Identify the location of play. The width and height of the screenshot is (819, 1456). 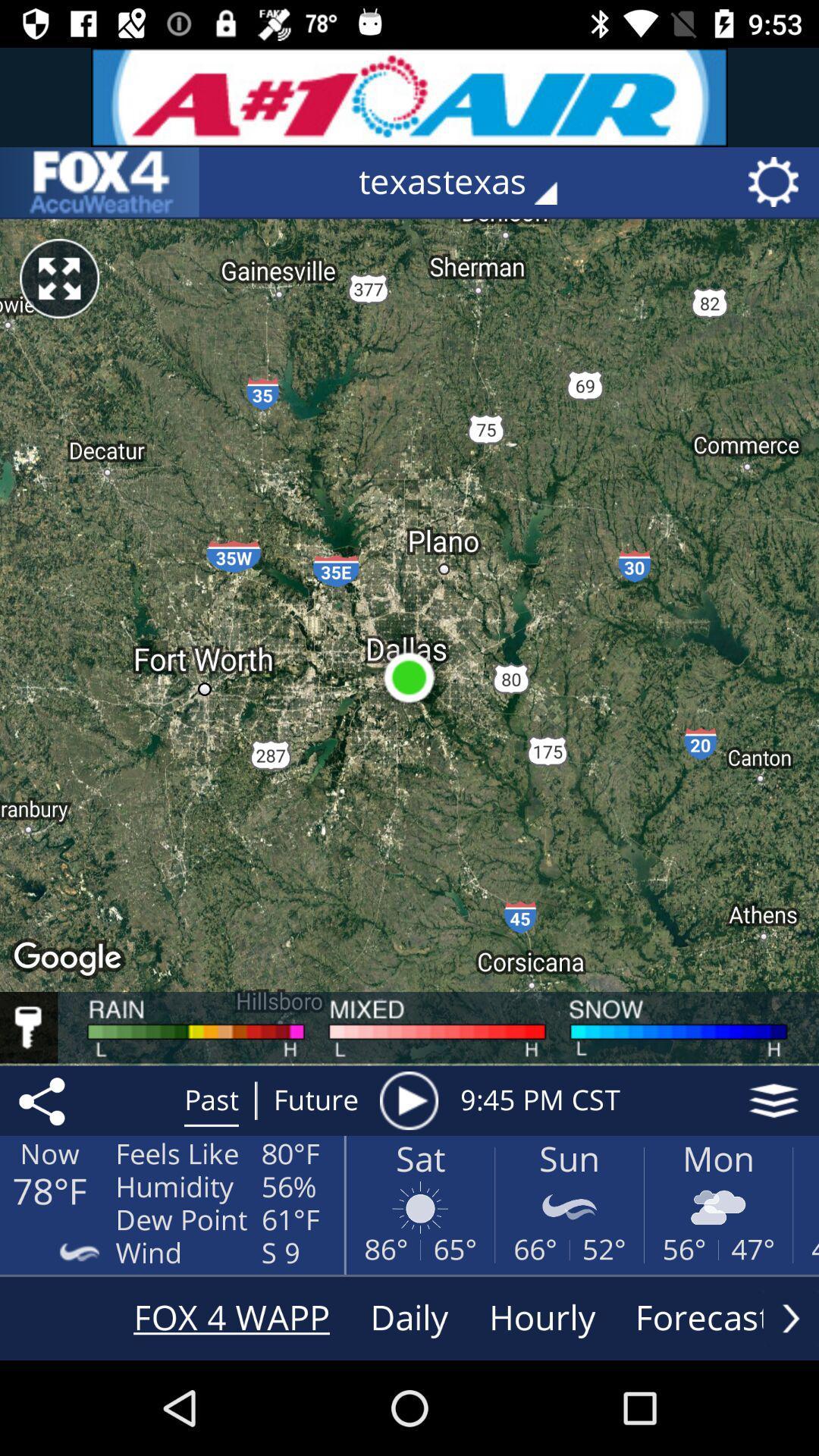
(408, 1100).